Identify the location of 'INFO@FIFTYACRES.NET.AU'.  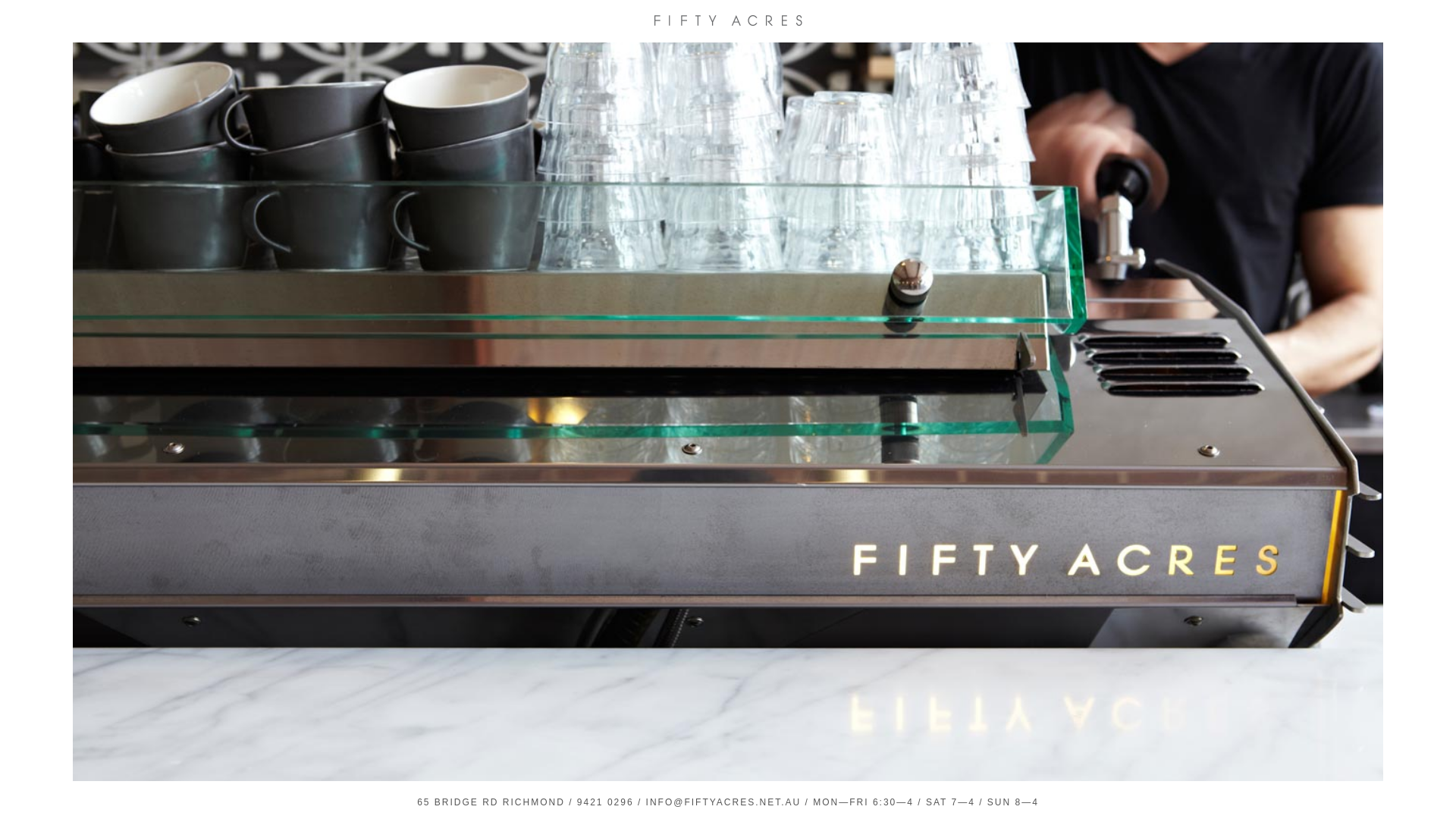
(723, 801).